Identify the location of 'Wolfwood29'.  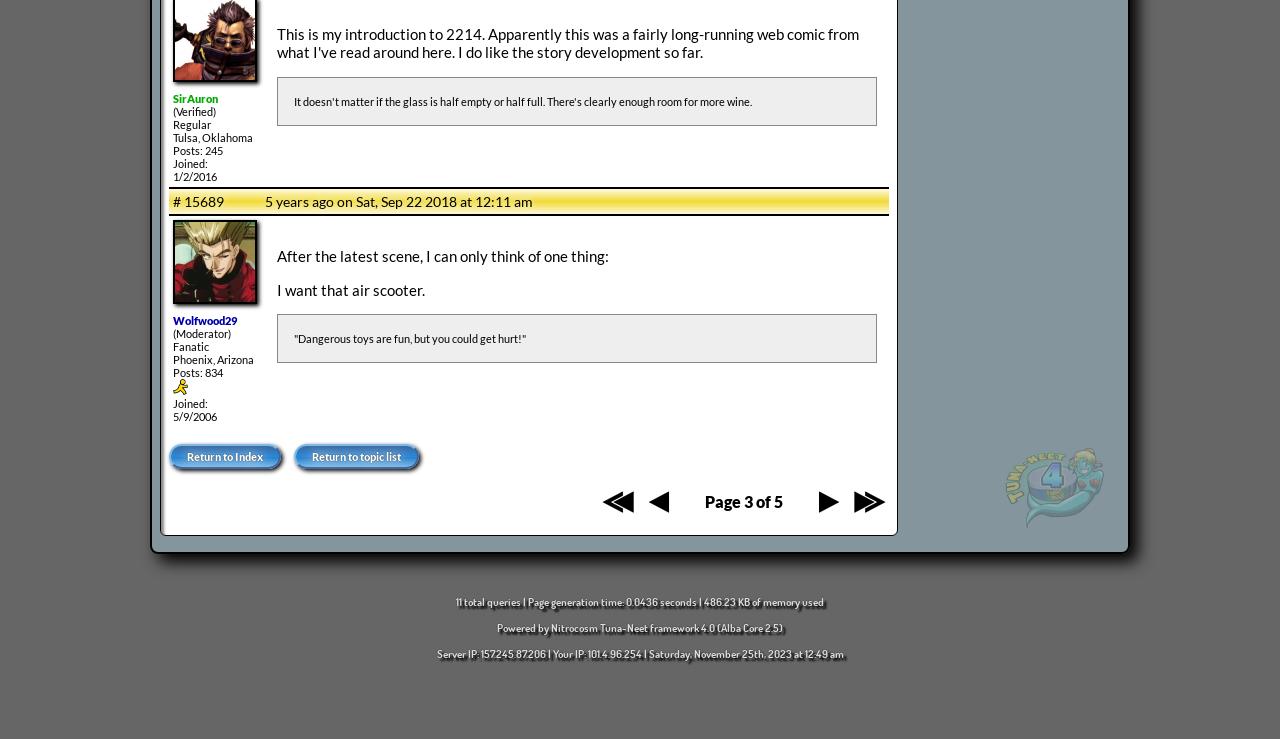
(205, 320).